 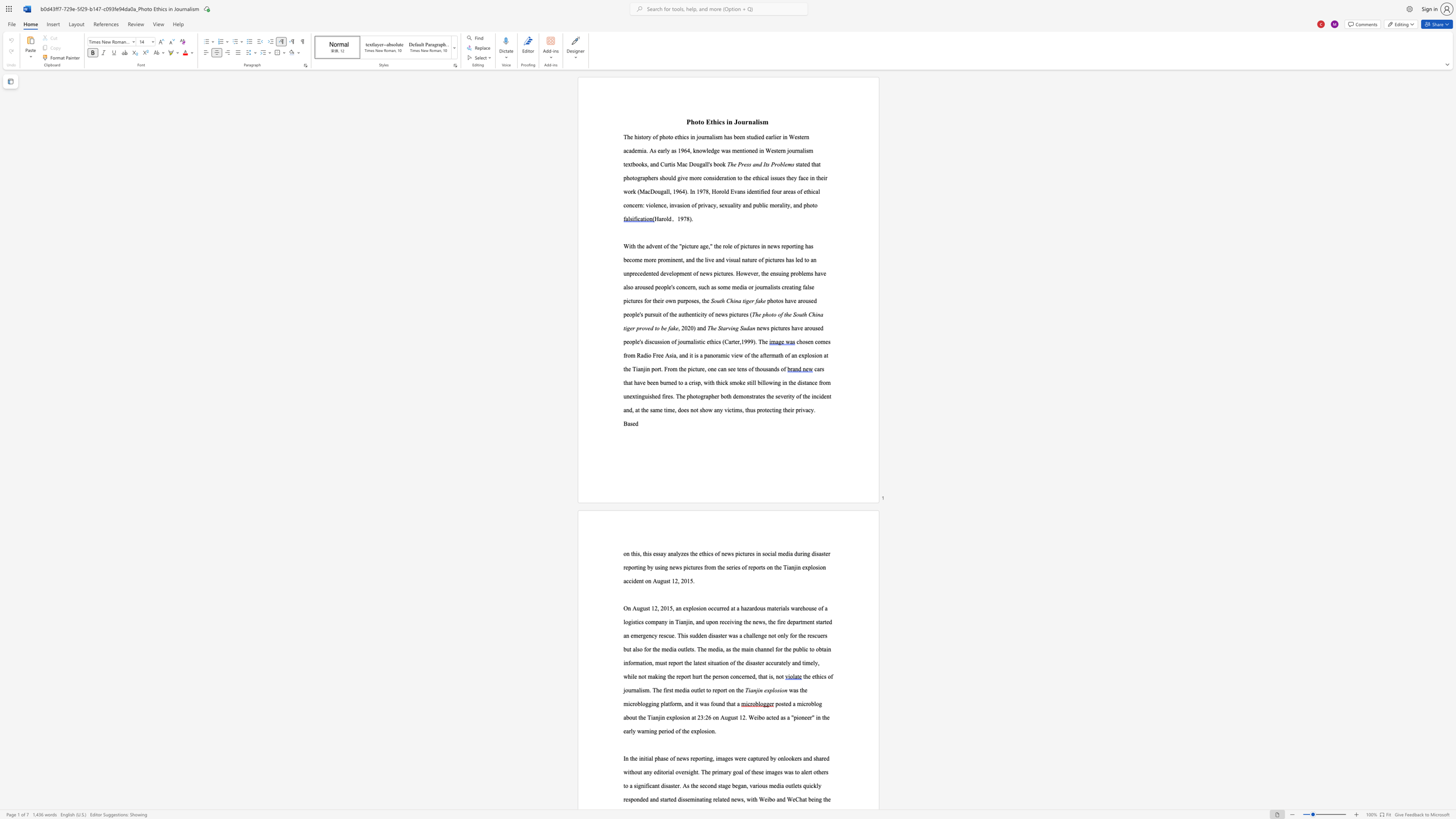 What do you see at coordinates (682, 150) in the screenshot?
I see `the 1th character "9" in the text` at bounding box center [682, 150].